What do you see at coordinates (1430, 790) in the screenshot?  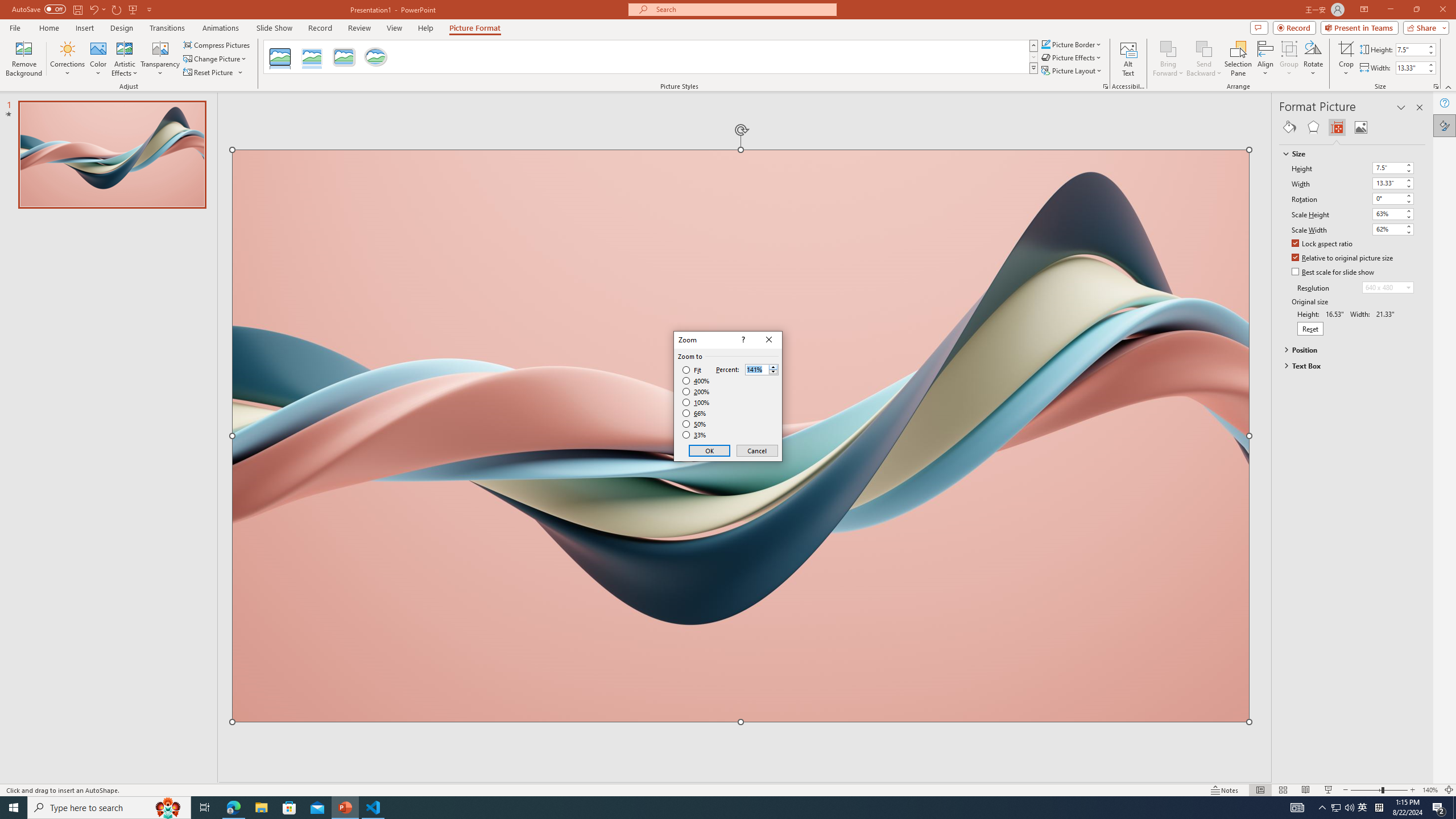 I see `'Zoom 140%'` at bounding box center [1430, 790].